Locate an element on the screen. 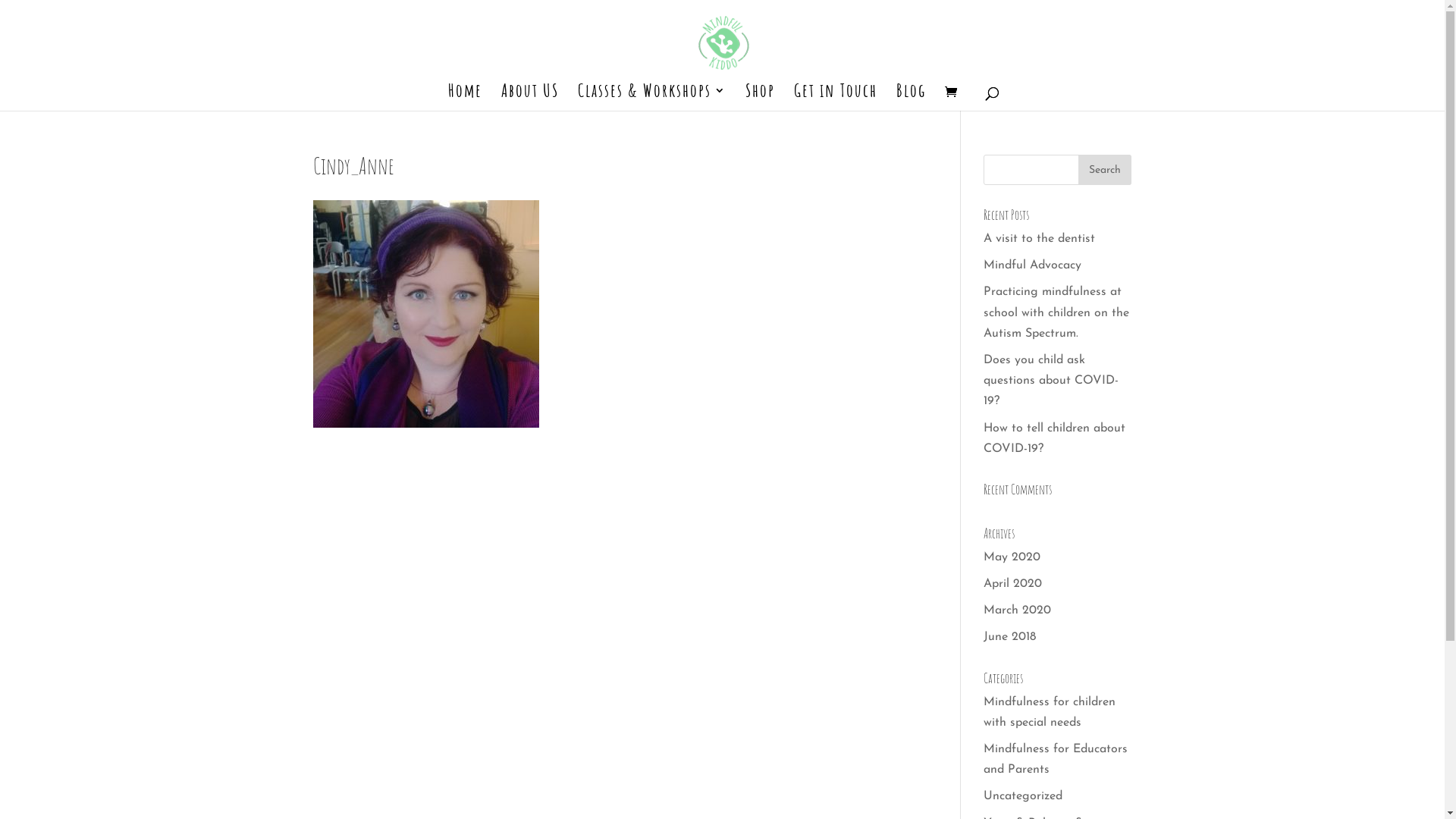 The width and height of the screenshot is (1456, 819). 'About US' is located at coordinates (529, 97).